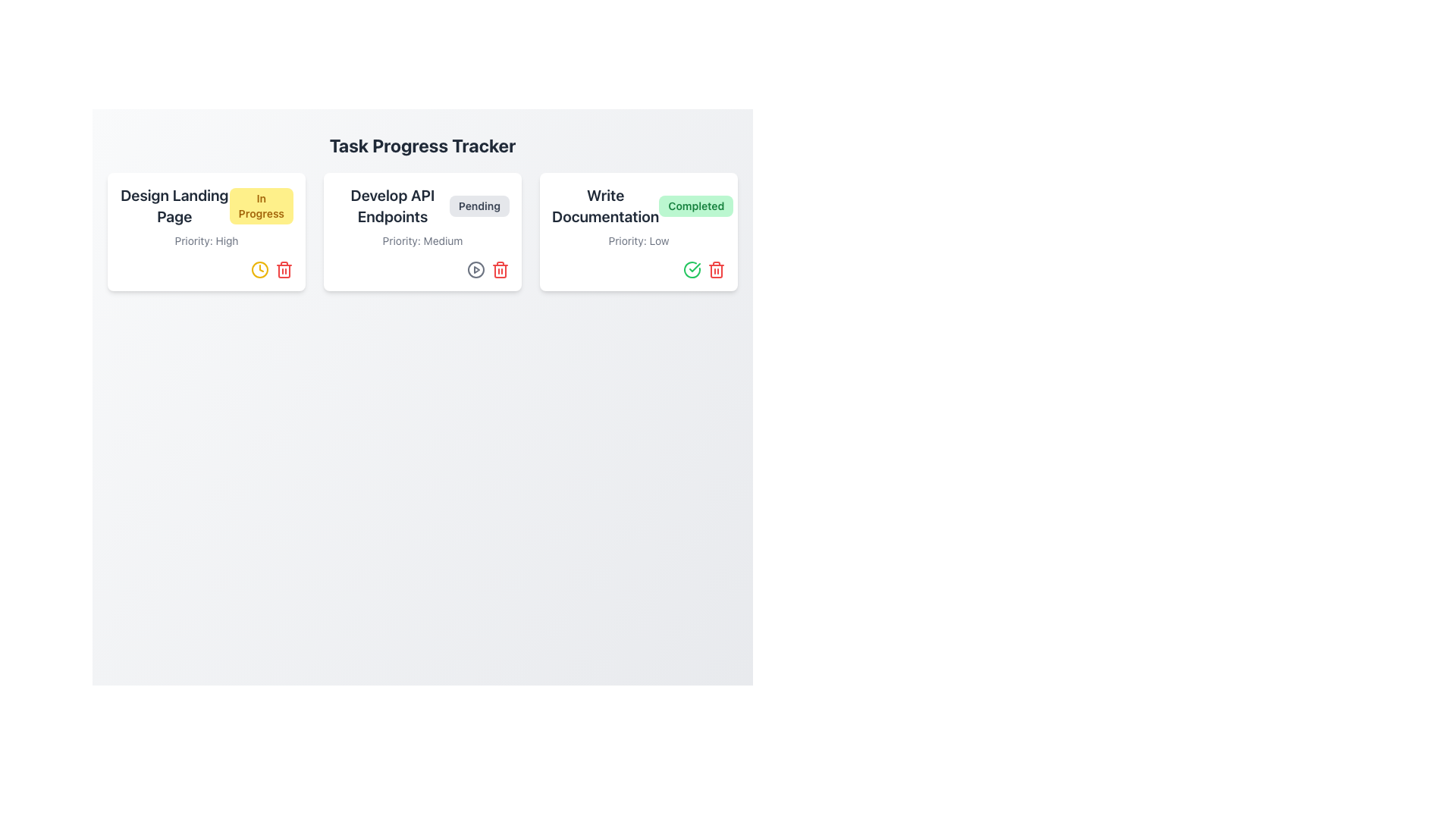 This screenshot has height=819, width=1456. What do you see at coordinates (206, 240) in the screenshot?
I see `the text label indicating the priority level of the task 'High' within the task card titled 'Design Landing Page'` at bounding box center [206, 240].